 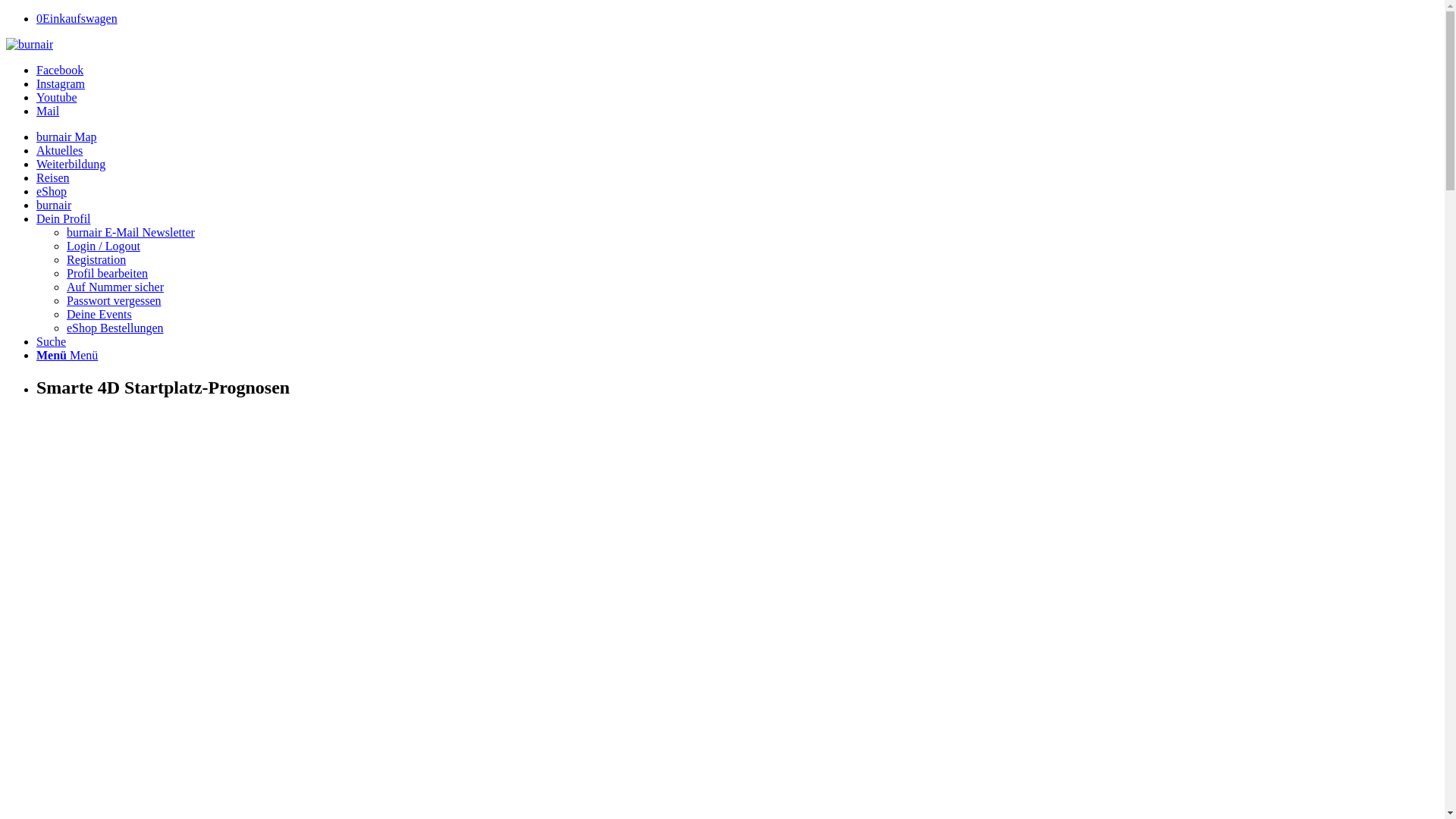 I want to click on 'Mail', so click(x=36, y=110).